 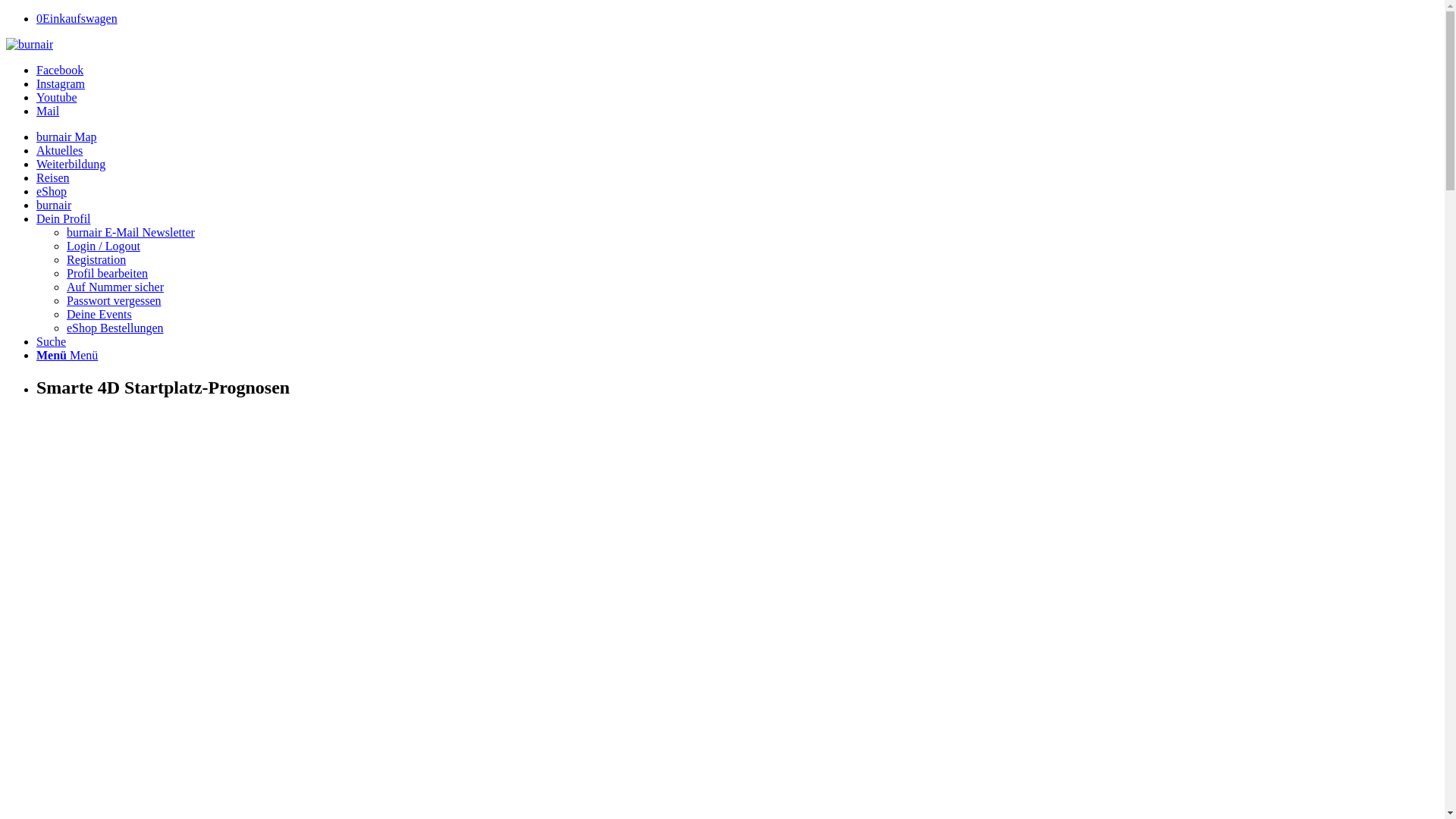 I want to click on 'Mail', so click(x=36, y=110).